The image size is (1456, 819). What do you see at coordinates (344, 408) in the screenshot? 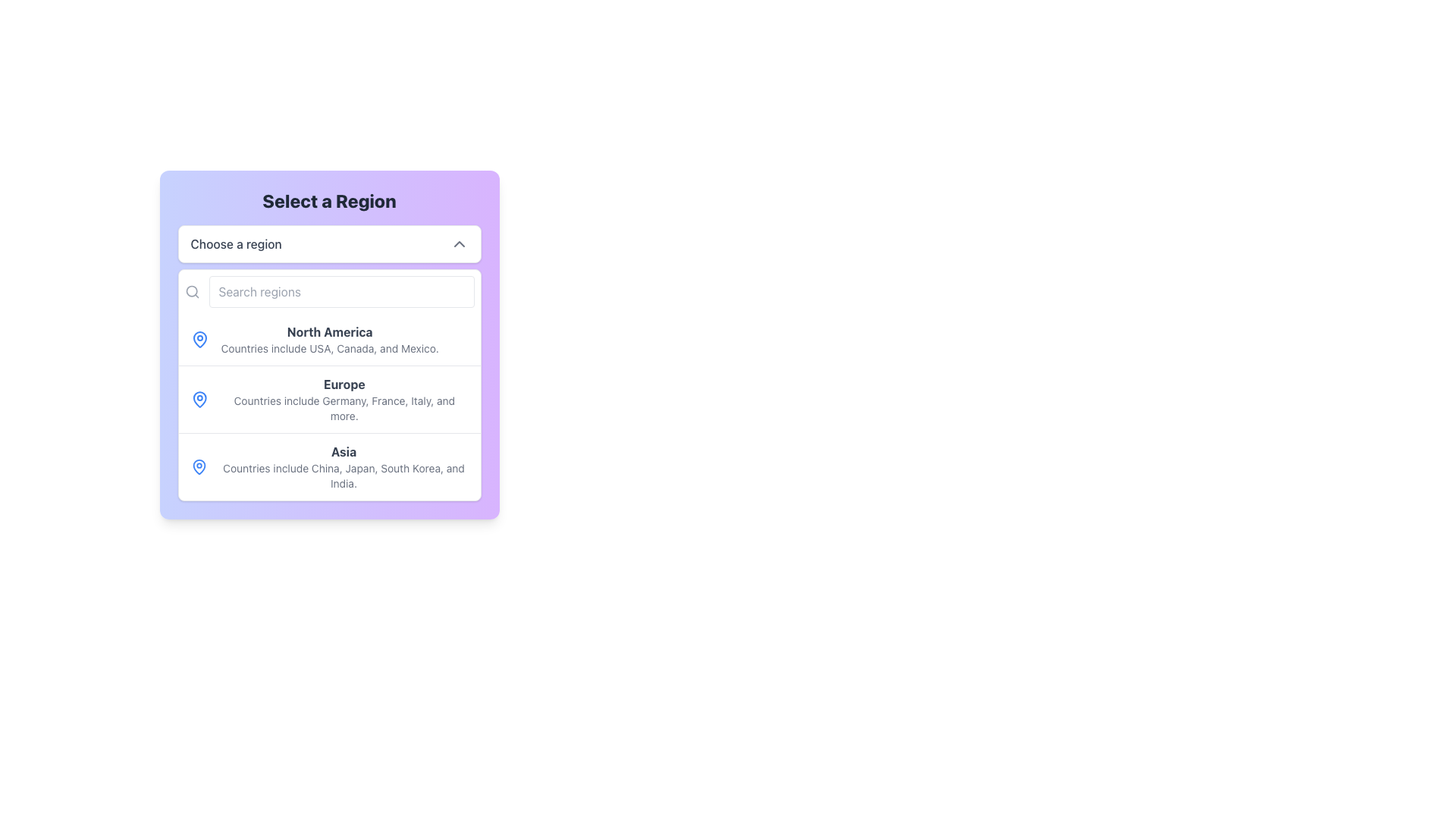
I see `the text label that describes the countries in Europe, which reads 'Countries include Germany, France, Italy, and more.', located below the title 'Europe' in the 'Select a Region' modal` at bounding box center [344, 408].